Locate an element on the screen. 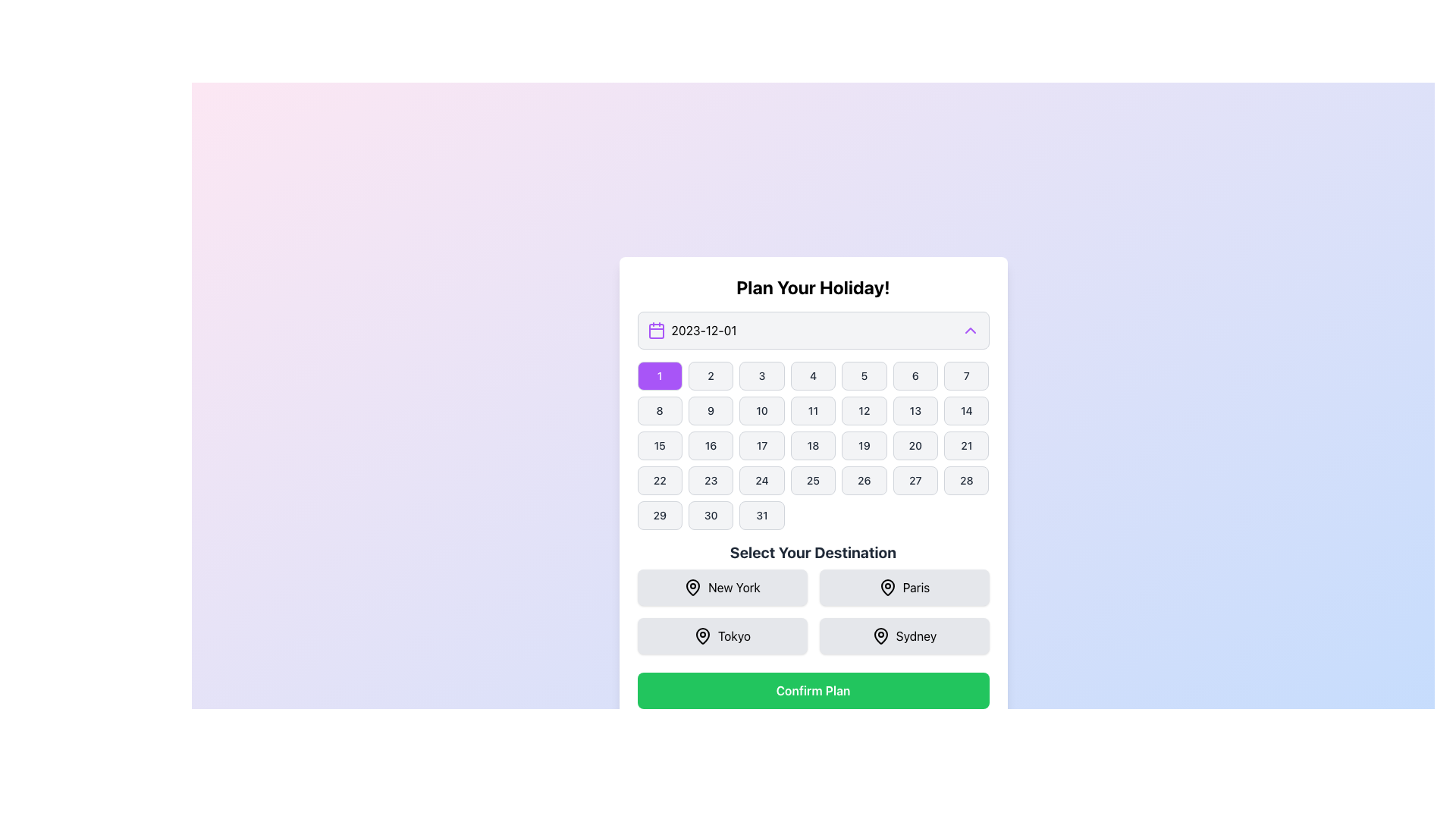 The image size is (1456, 819). the button in the 'Select Your Destination' section is located at coordinates (904, 587).